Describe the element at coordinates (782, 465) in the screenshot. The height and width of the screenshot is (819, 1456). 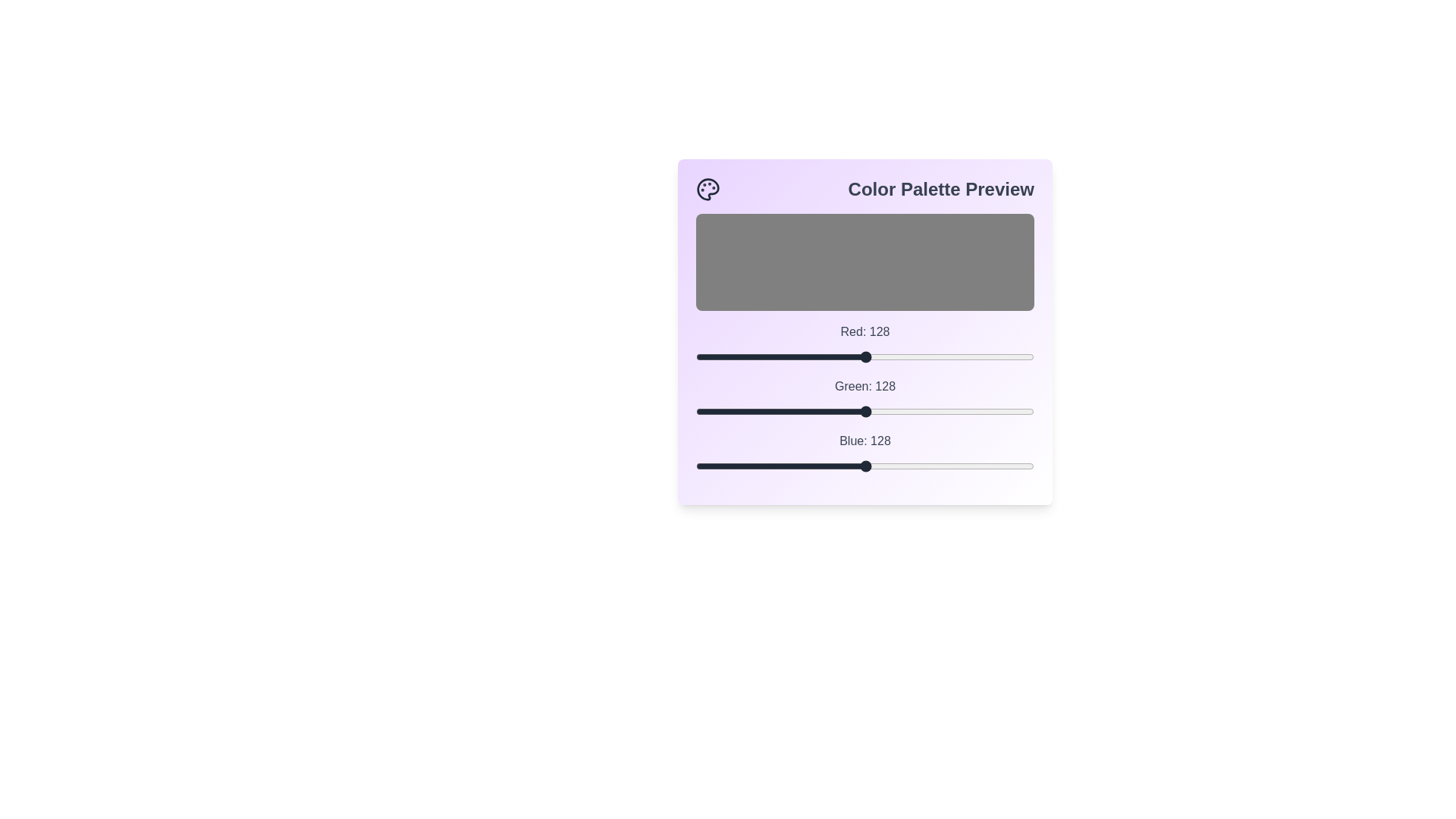
I see `the blue color value` at that location.